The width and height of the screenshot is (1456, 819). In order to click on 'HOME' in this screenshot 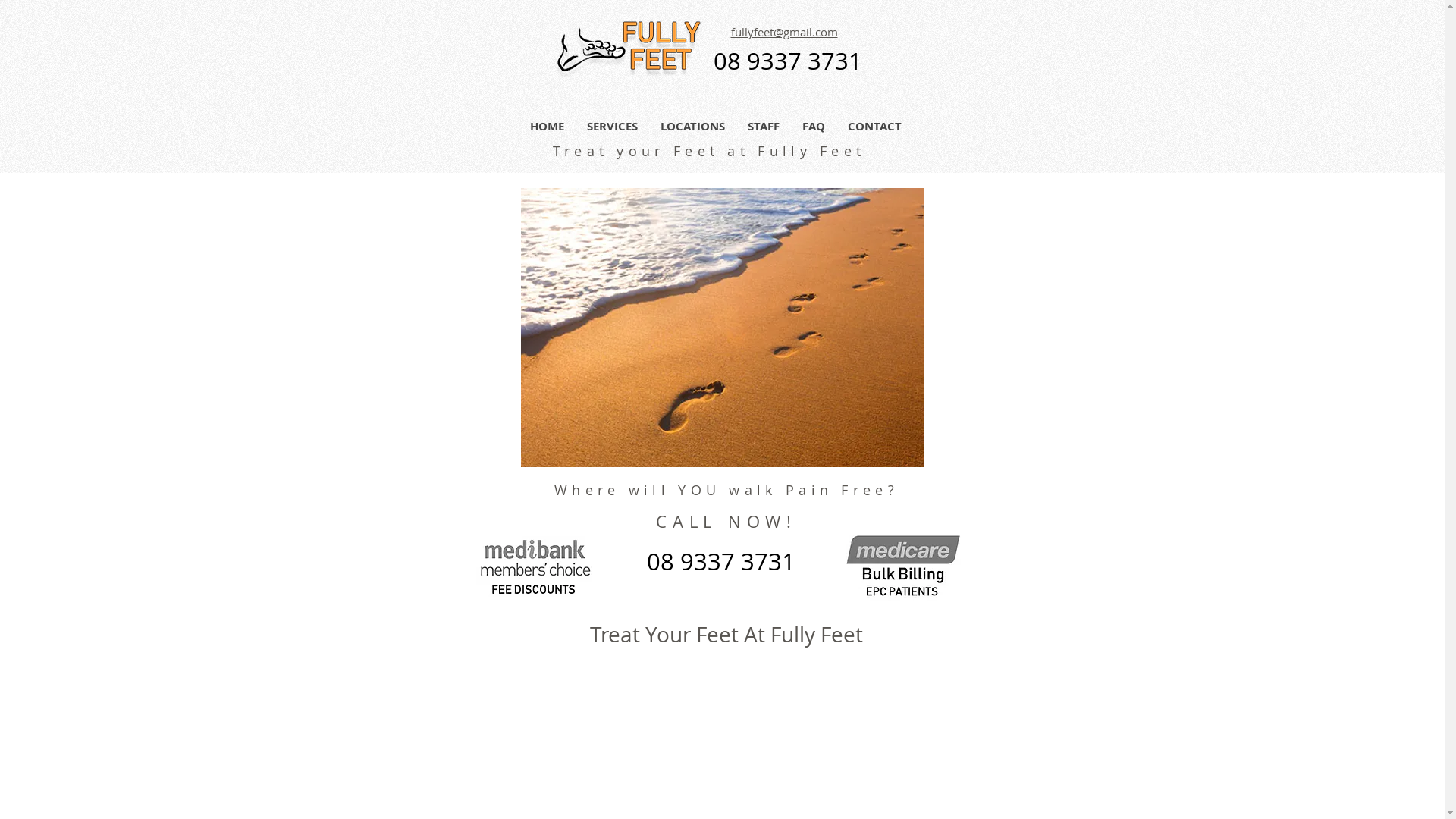, I will do `click(546, 125)`.